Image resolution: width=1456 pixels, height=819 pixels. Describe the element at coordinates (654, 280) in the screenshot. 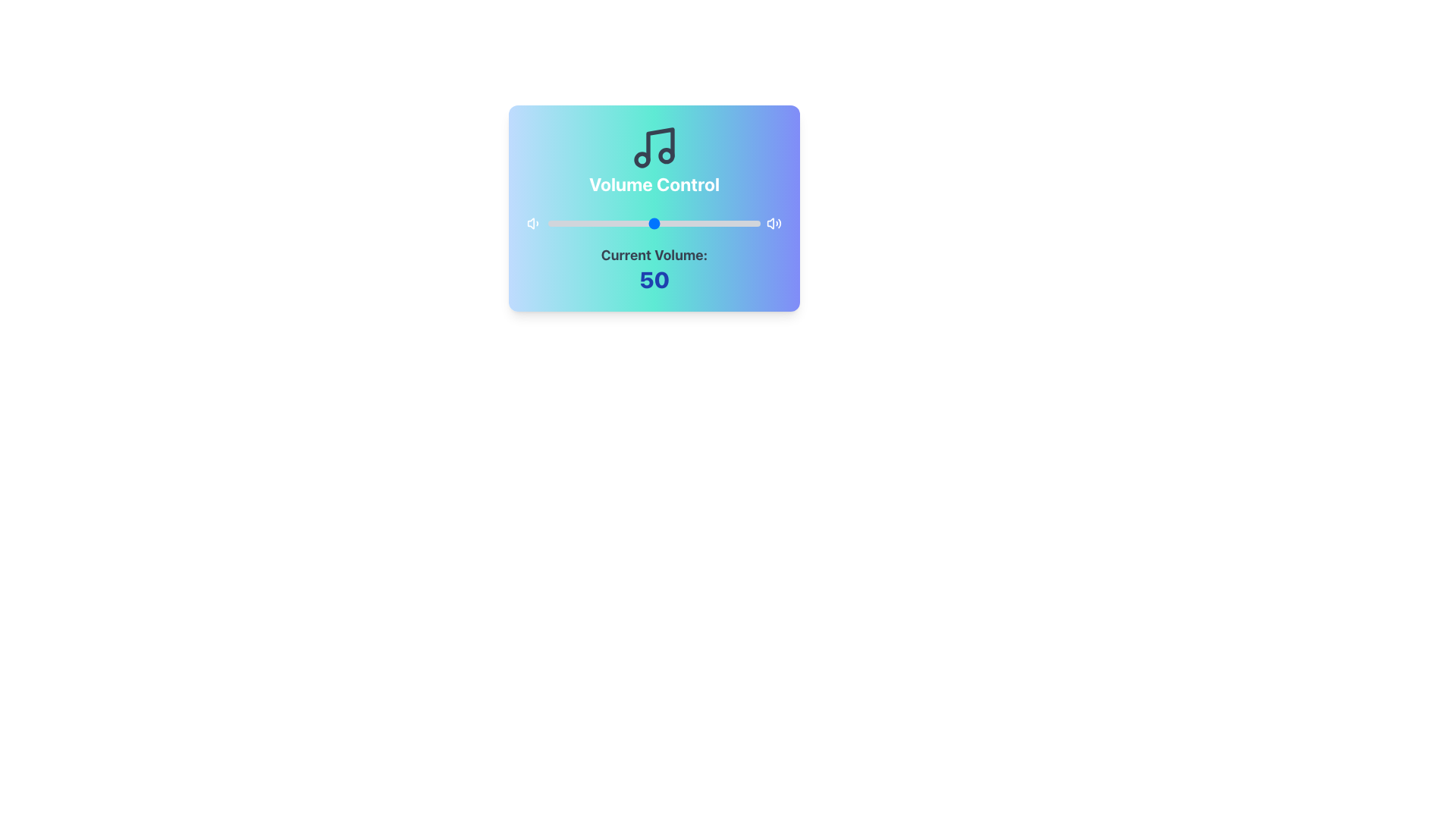

I see `the Label displaying '50' in a bold blue font, located below the 'Current Volume:' text` at that location.